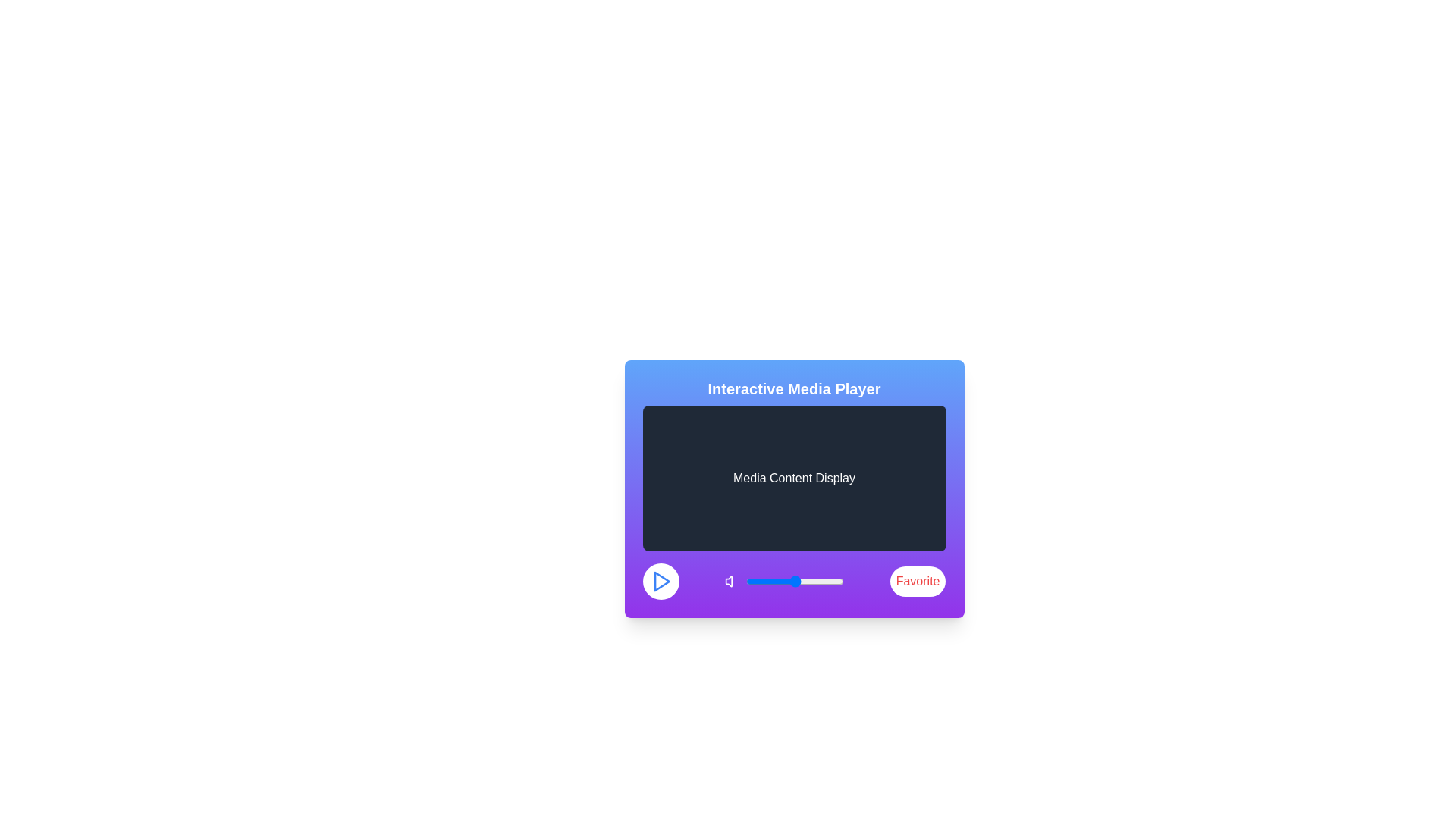 Image resolution: width=1456 pixels, height=819 pixels. I want to click on the Play Button located inside a white circular button at the bottom left corner of the interactive media player interface to initiate media playback, so click(661, 581).